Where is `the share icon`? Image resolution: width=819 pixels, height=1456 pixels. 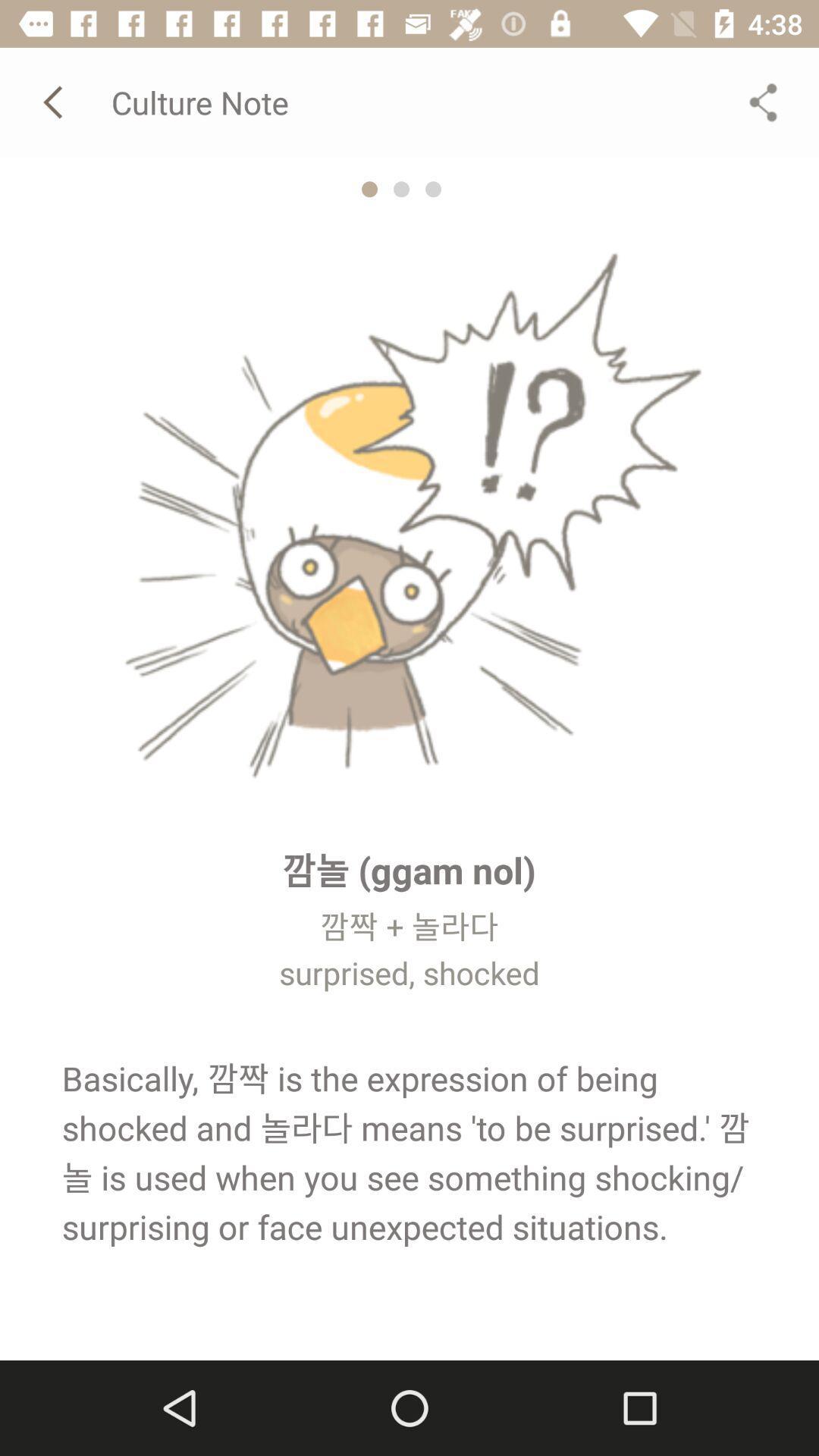
the share icon is located at coordinates (763, 101).